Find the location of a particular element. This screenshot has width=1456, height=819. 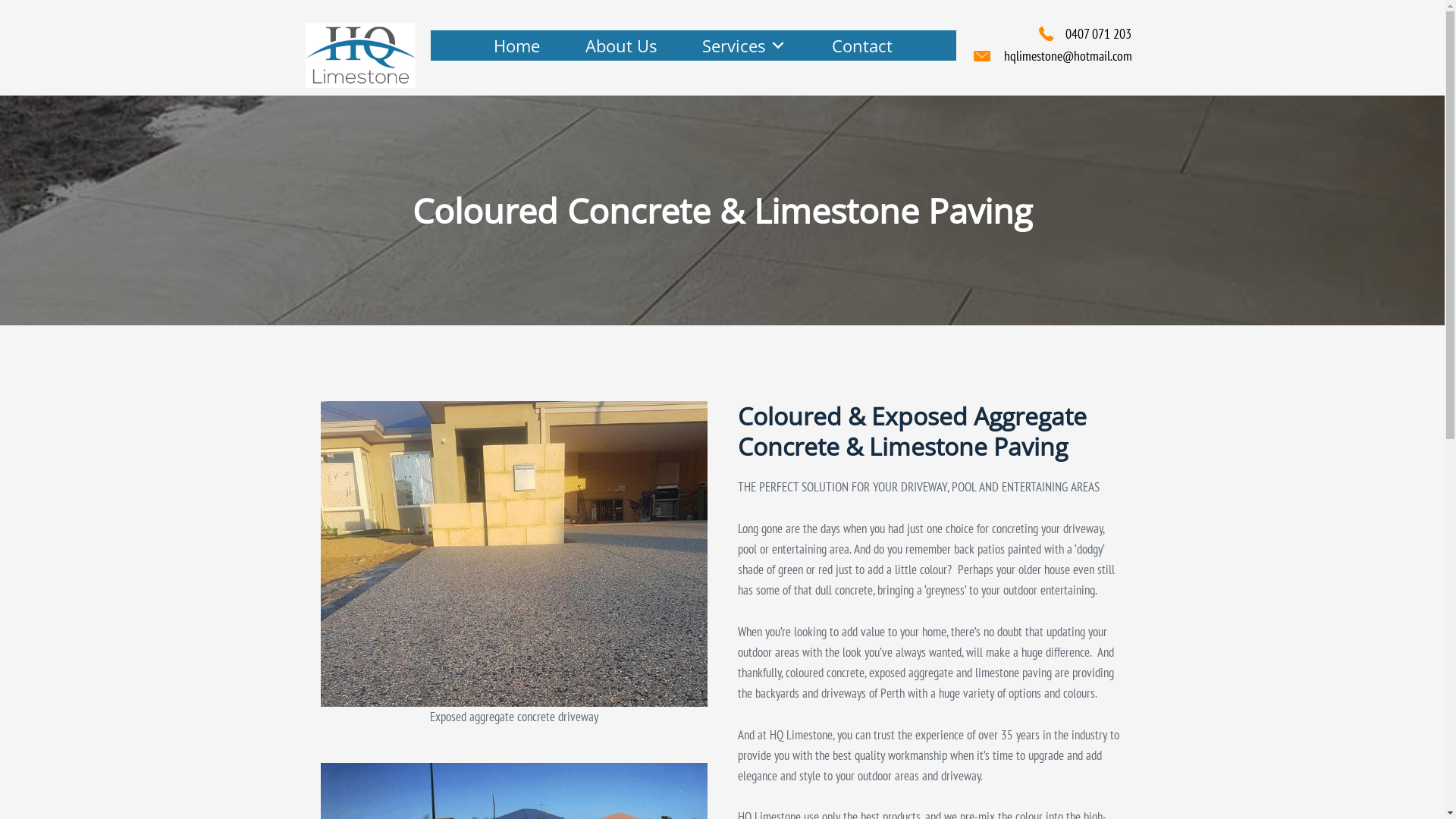

'hqlimestone@hotmail.com' is located at coordinates (1067, 55).